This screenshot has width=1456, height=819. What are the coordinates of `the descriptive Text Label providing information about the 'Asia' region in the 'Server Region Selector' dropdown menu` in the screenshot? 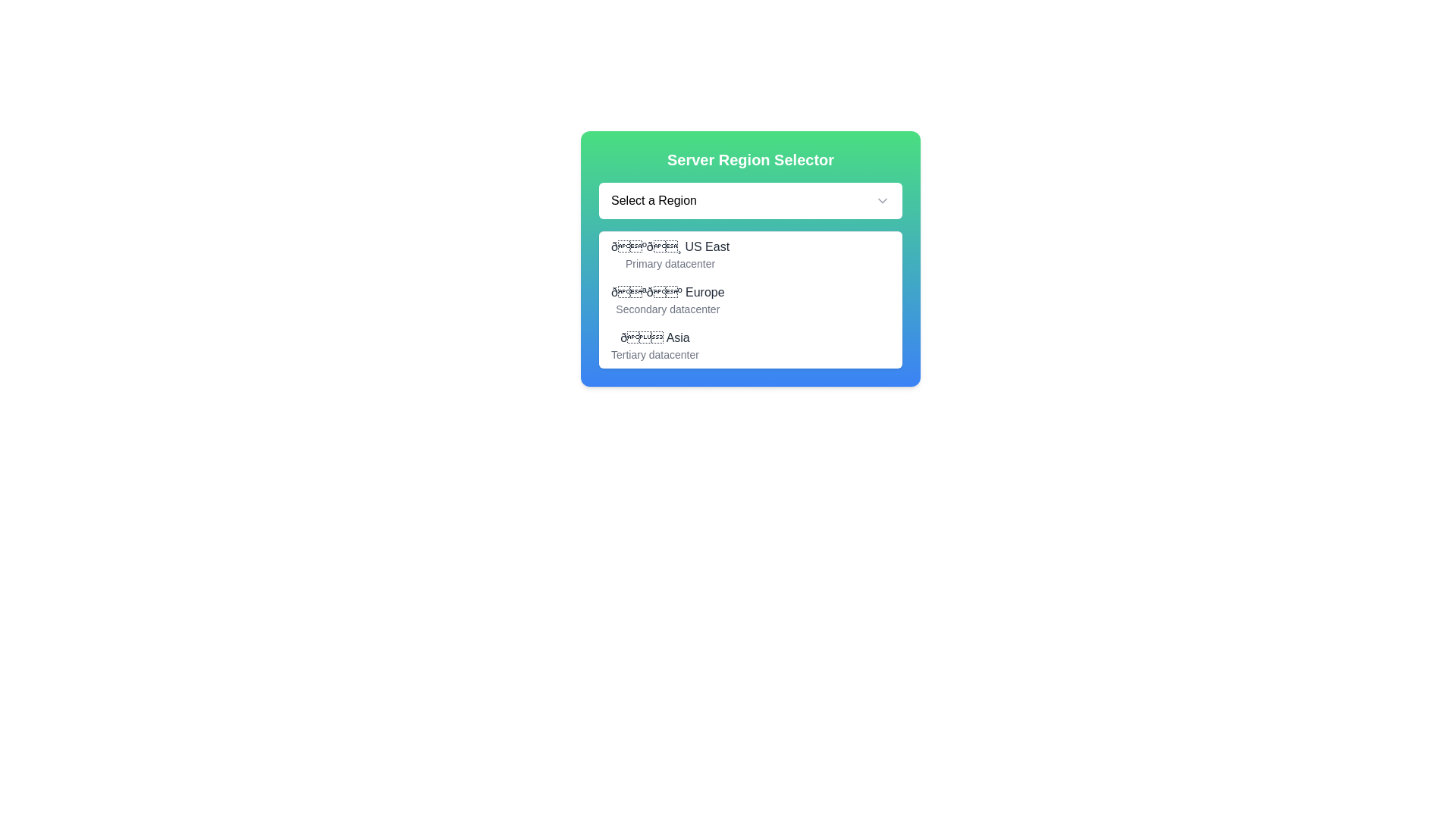 It's located at (655, 354).